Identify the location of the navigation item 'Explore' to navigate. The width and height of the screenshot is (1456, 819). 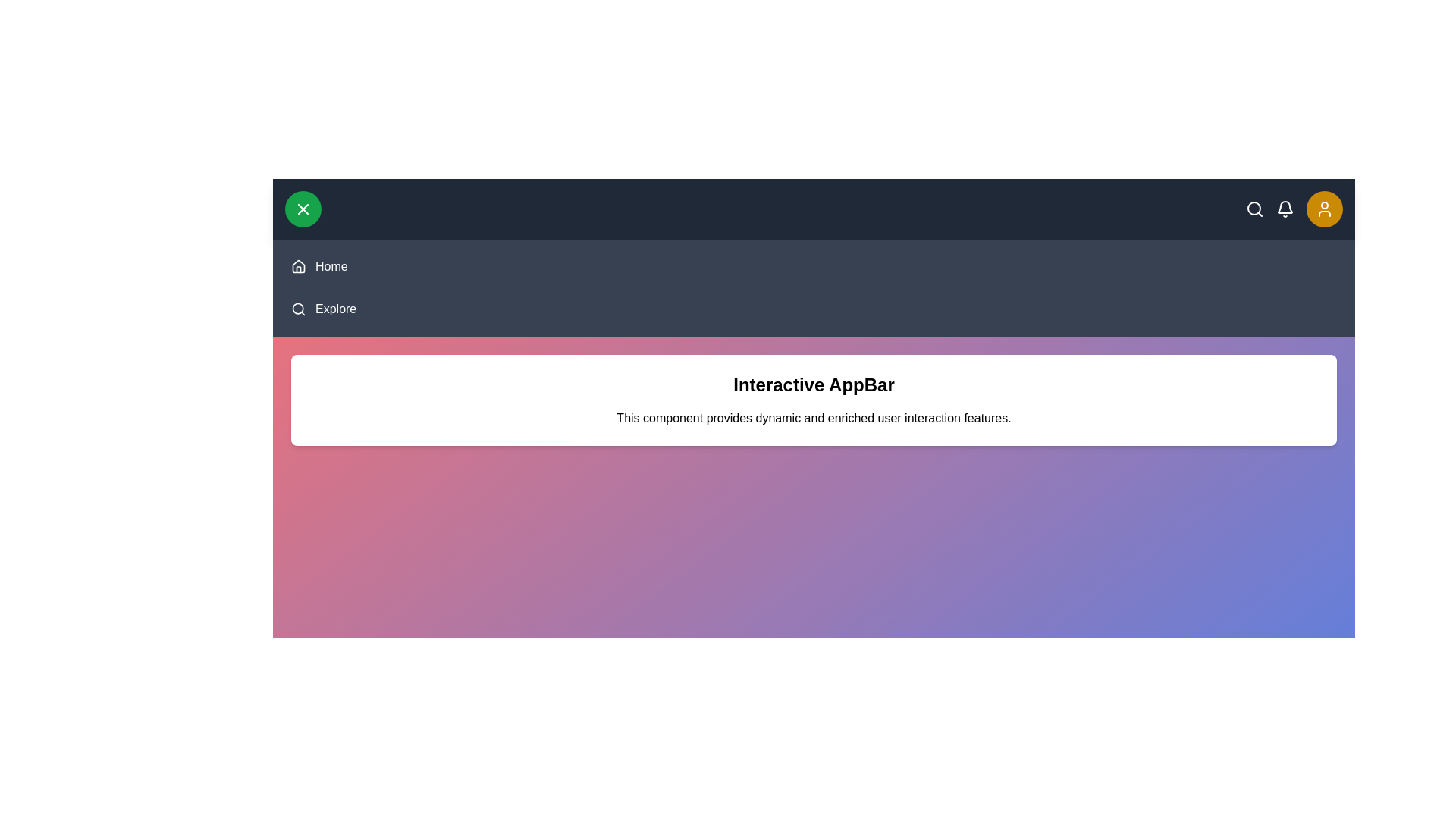
(334, 309).